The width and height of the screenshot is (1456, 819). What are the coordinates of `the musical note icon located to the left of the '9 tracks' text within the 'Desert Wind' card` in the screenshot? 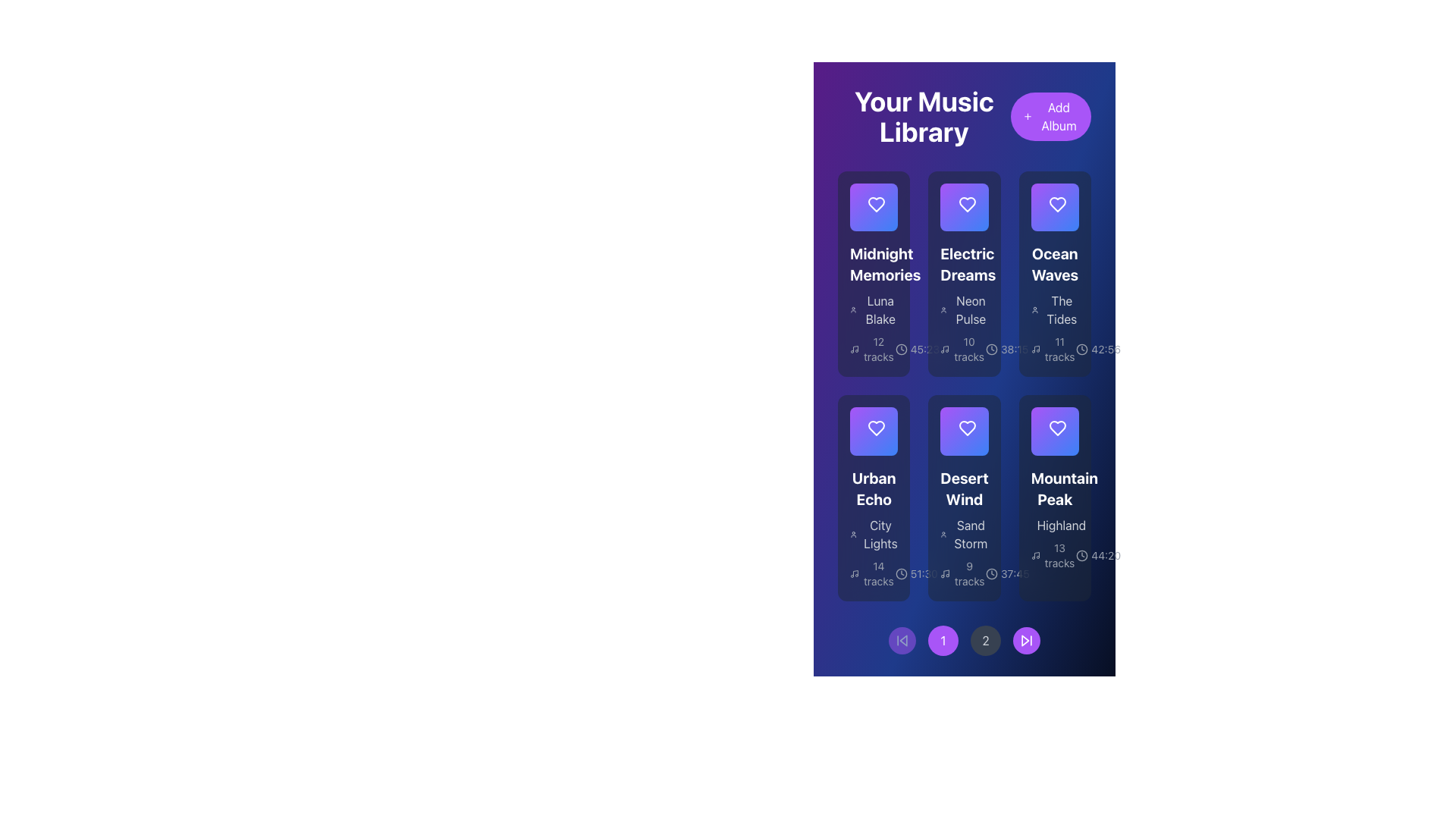 It's located at (944, 573).